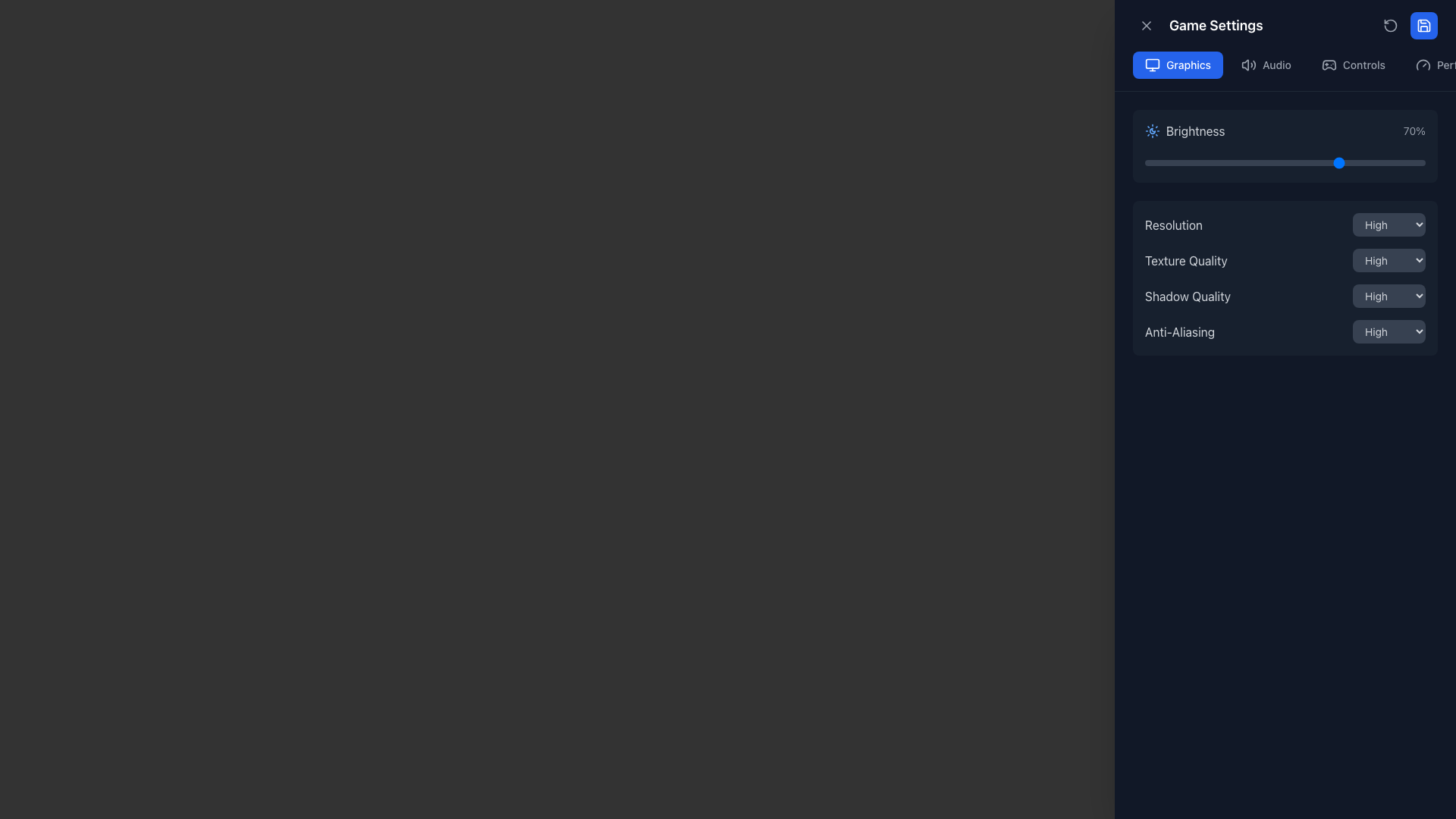 Image resolution: width=1456 pixels, height=819 pixels. I want to click on the 'Brightness' icon located in the top-left corner of the 'Brightness' section under the 'Graphics' tab, so click(1153, 130).